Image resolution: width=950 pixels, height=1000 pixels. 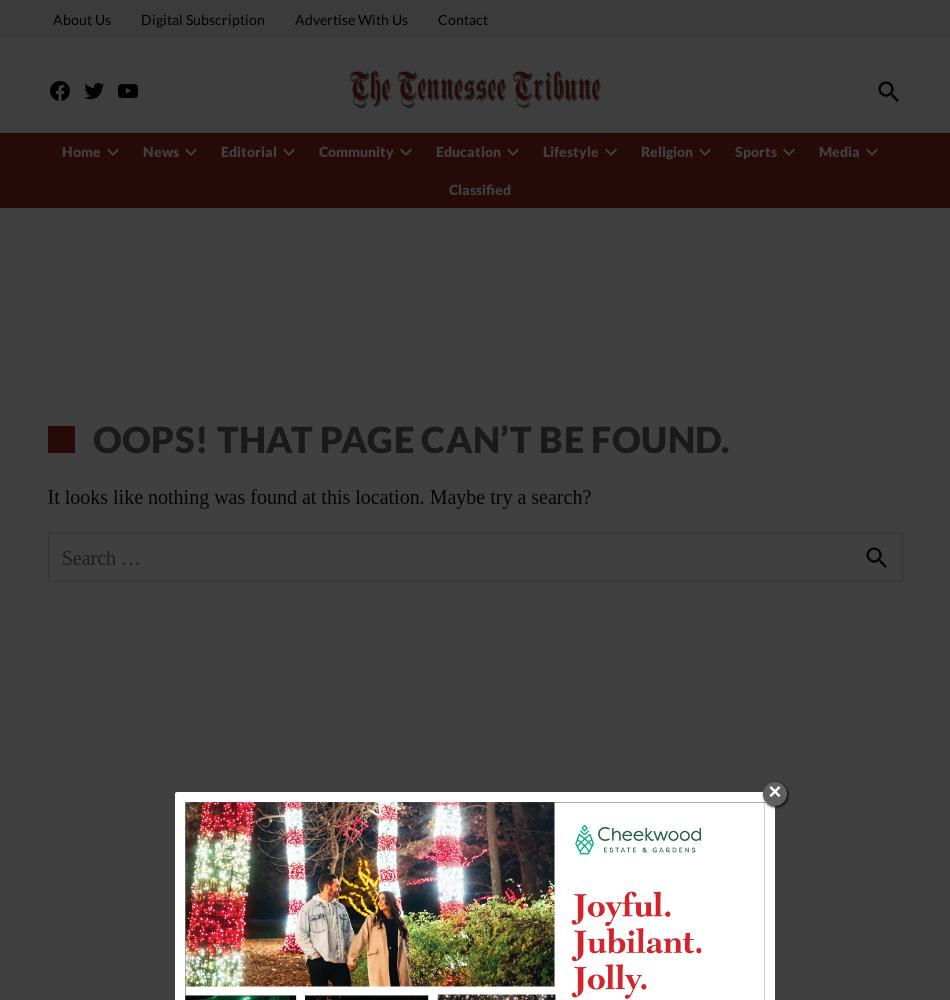 I want to click on 'Oops! That page can’t be found.', so click(x=409, y=438).